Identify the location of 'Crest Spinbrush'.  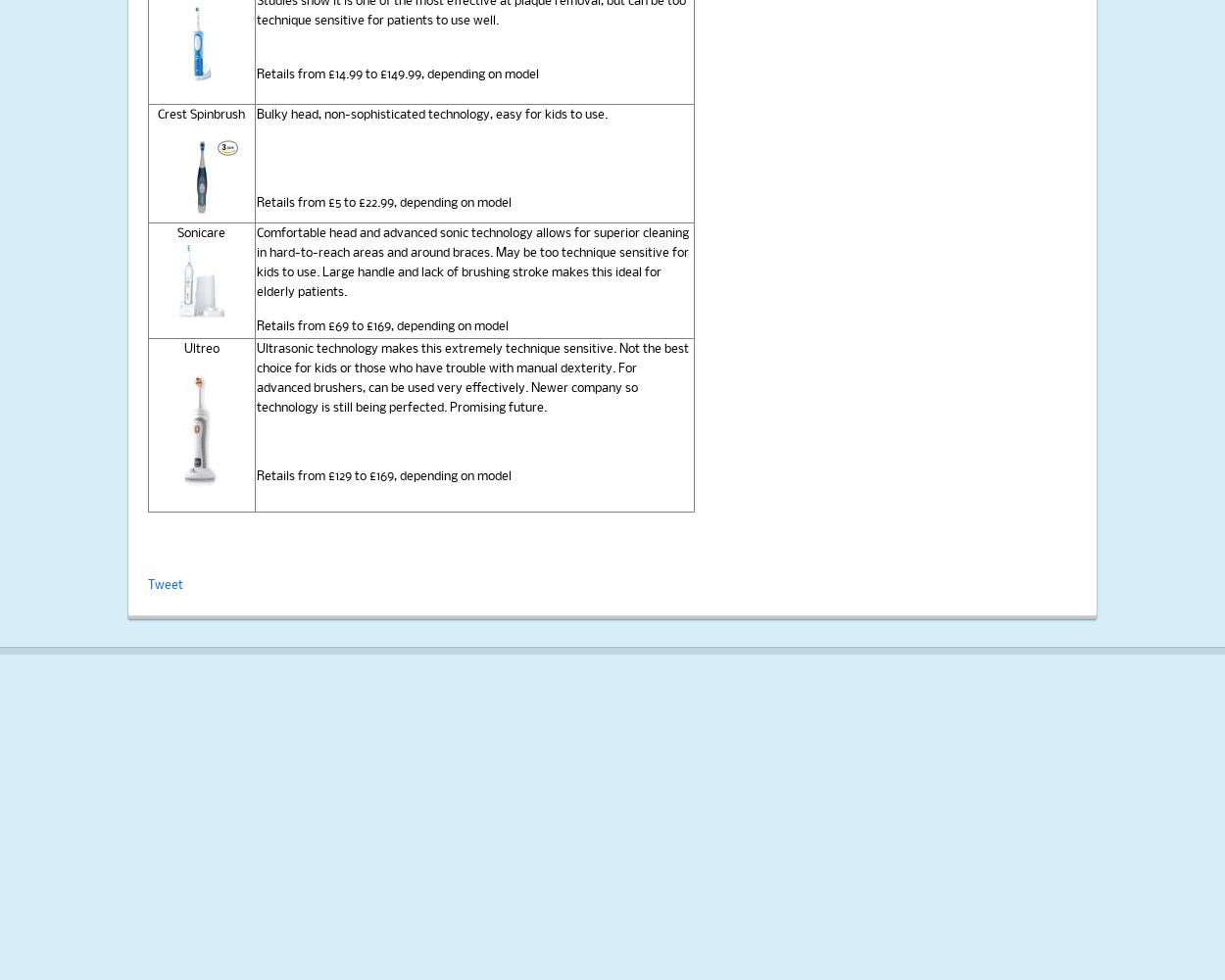
(200, 114).